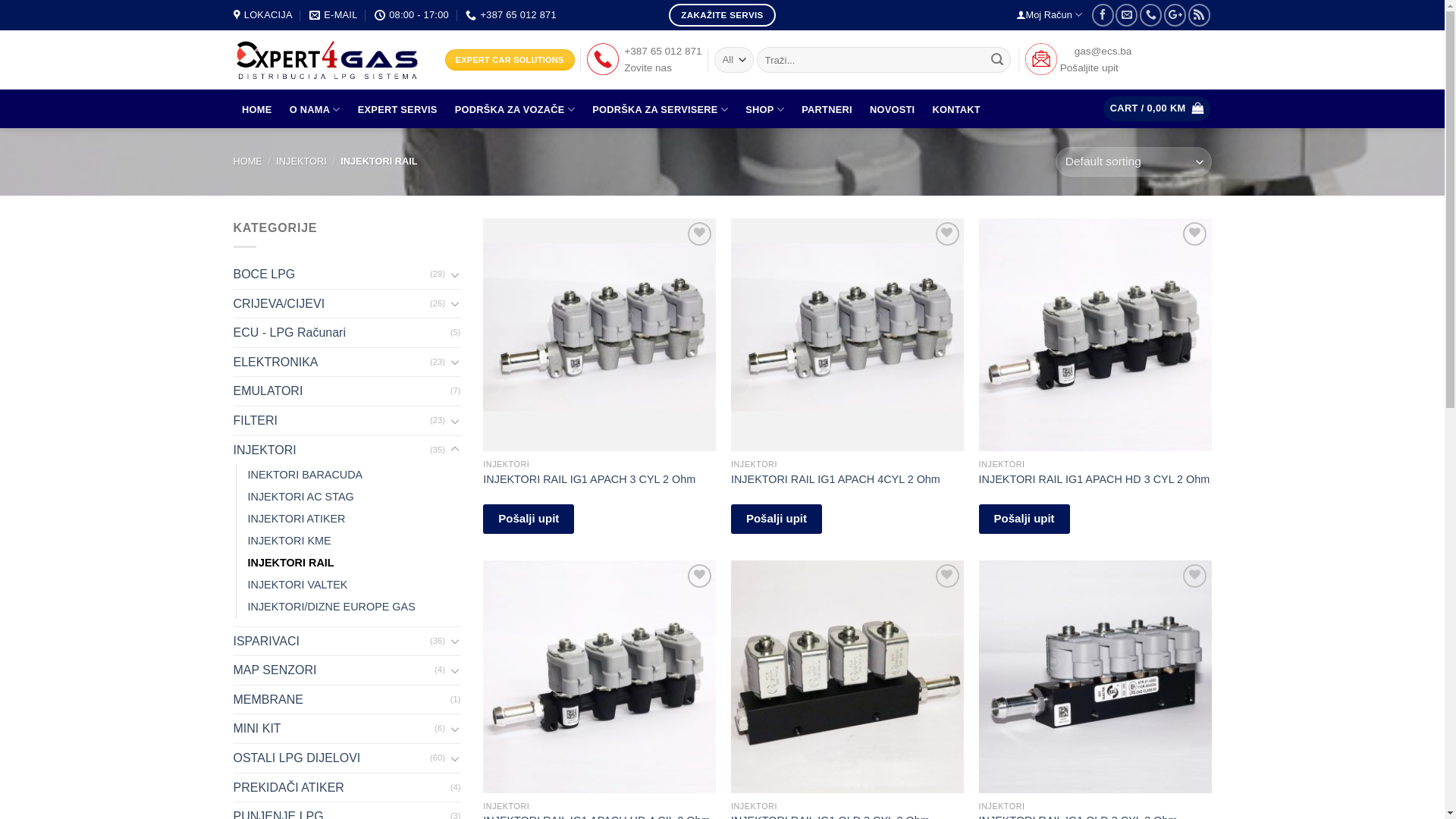 Image resolution: width=1456 pixels, height=819 pixels. I want to click on 'KONTAKT', so click(955, 109).